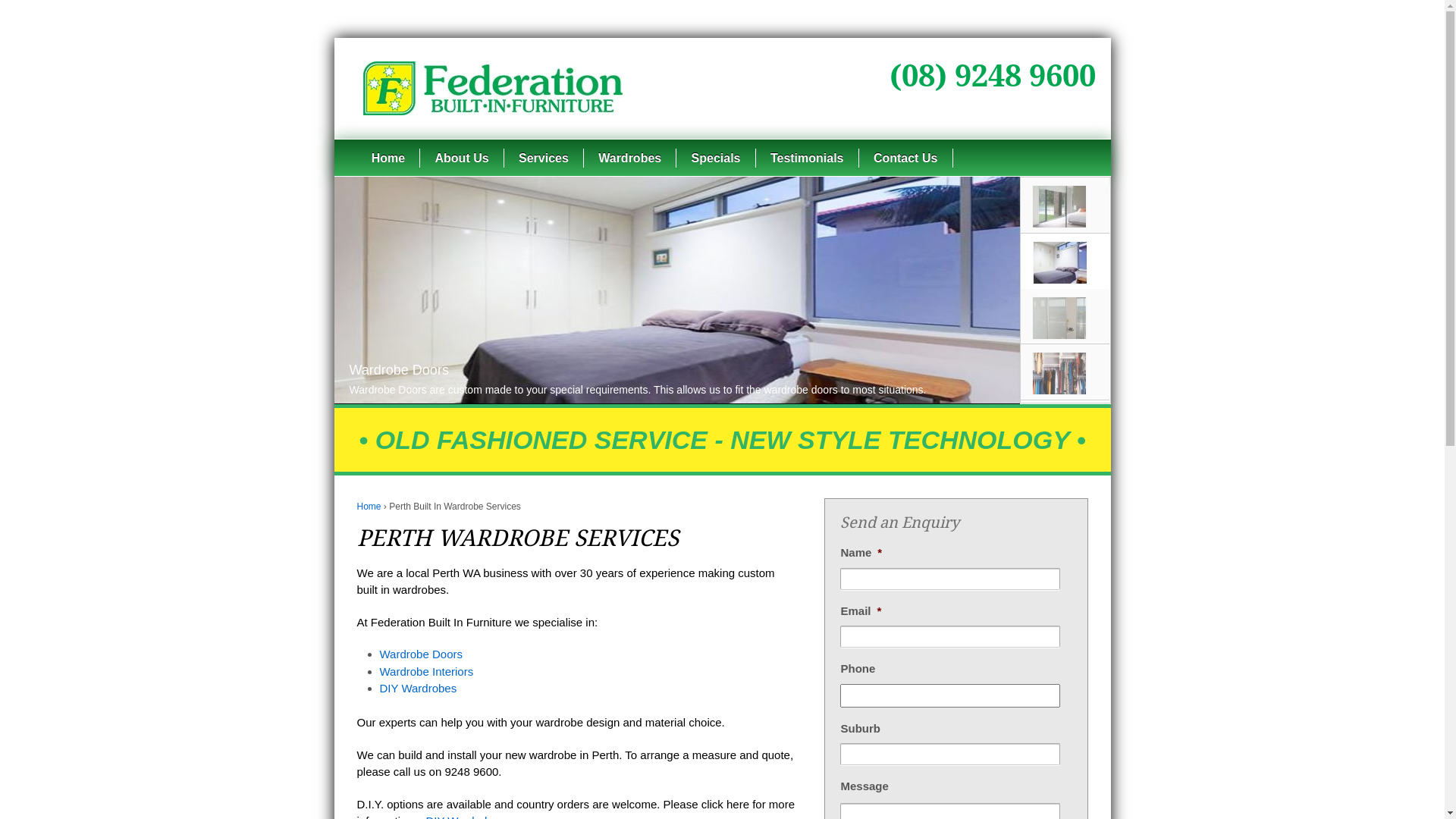 This screenshot has height=819, width=1456. Describe the element at coordinates (420, 653) in the screenshot. I see `'Wardrobe Doors'` at that location.